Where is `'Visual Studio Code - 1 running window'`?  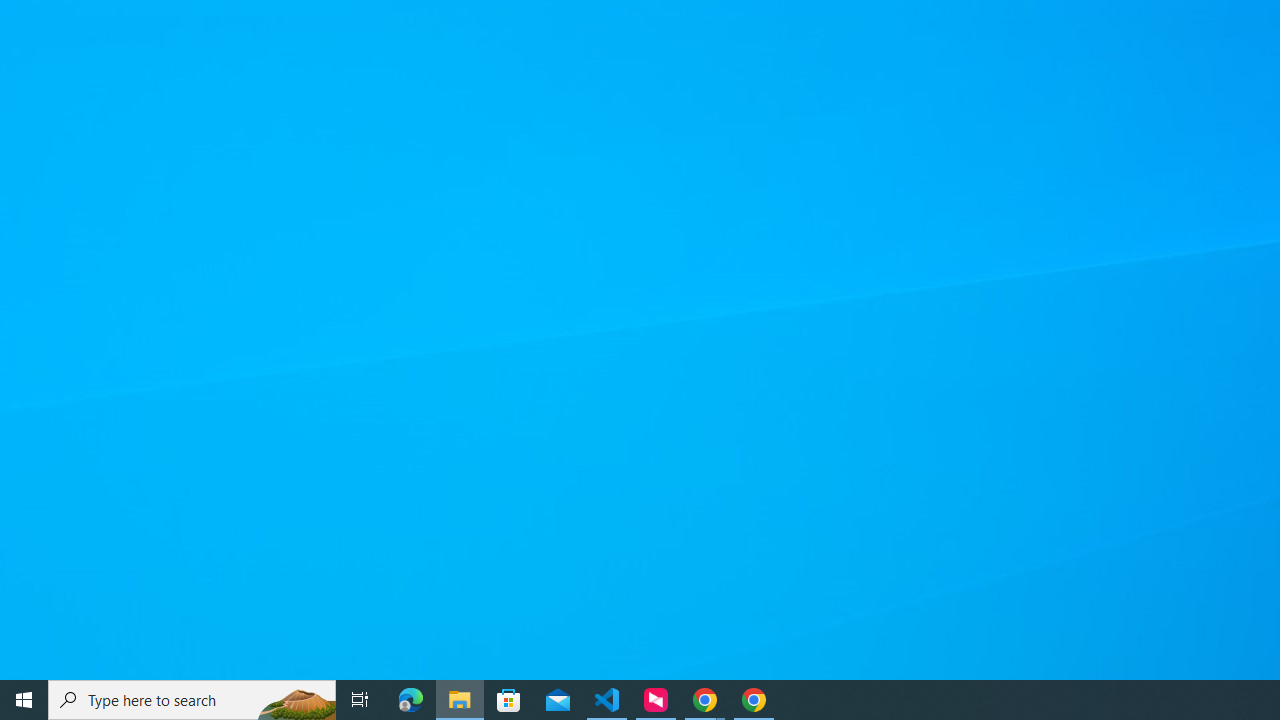
'Visual Studio Code - 1 running window' is located at coordinates (606, 698).